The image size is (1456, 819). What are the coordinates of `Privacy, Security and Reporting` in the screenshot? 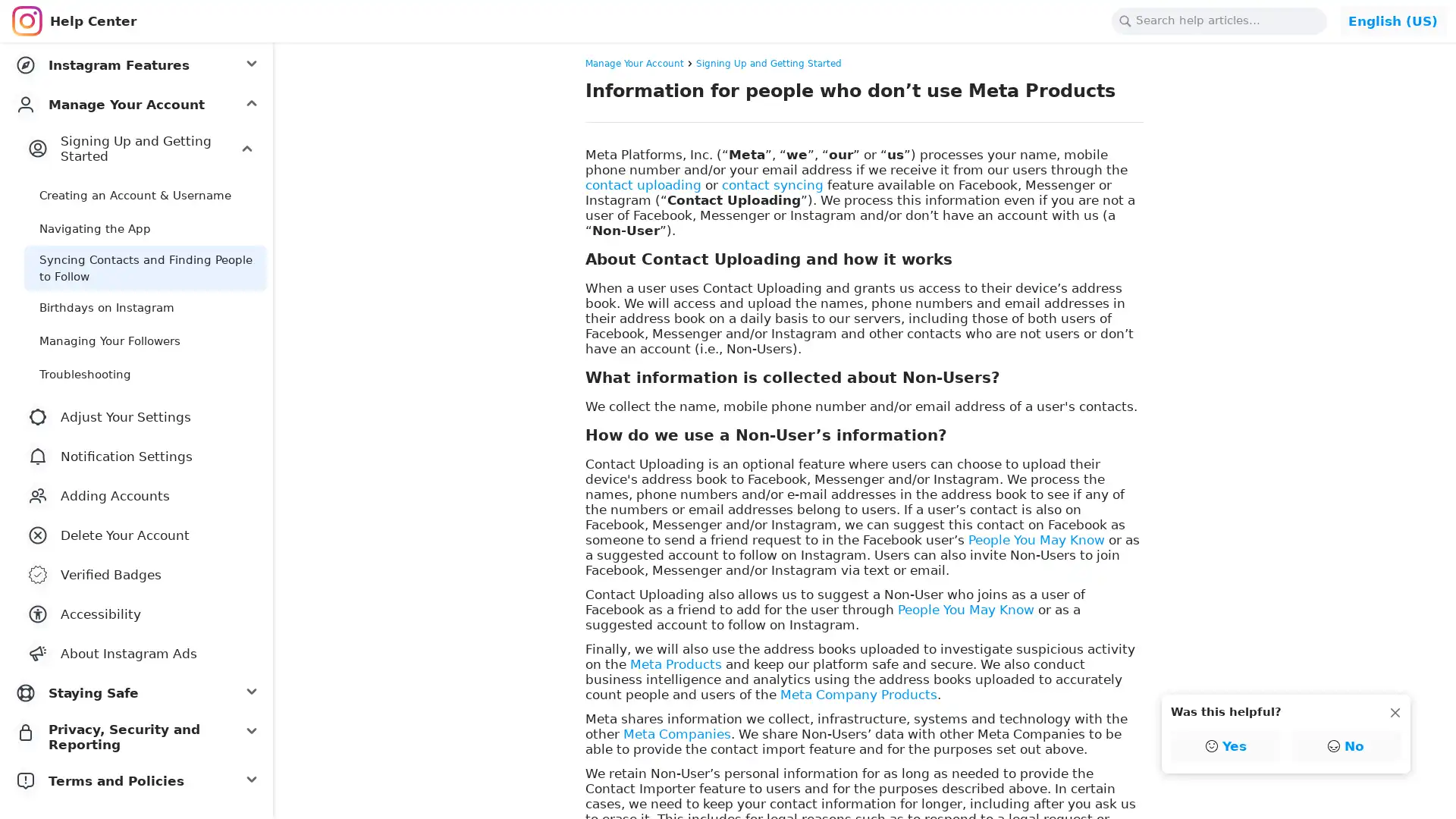 It's located at (136, 736).